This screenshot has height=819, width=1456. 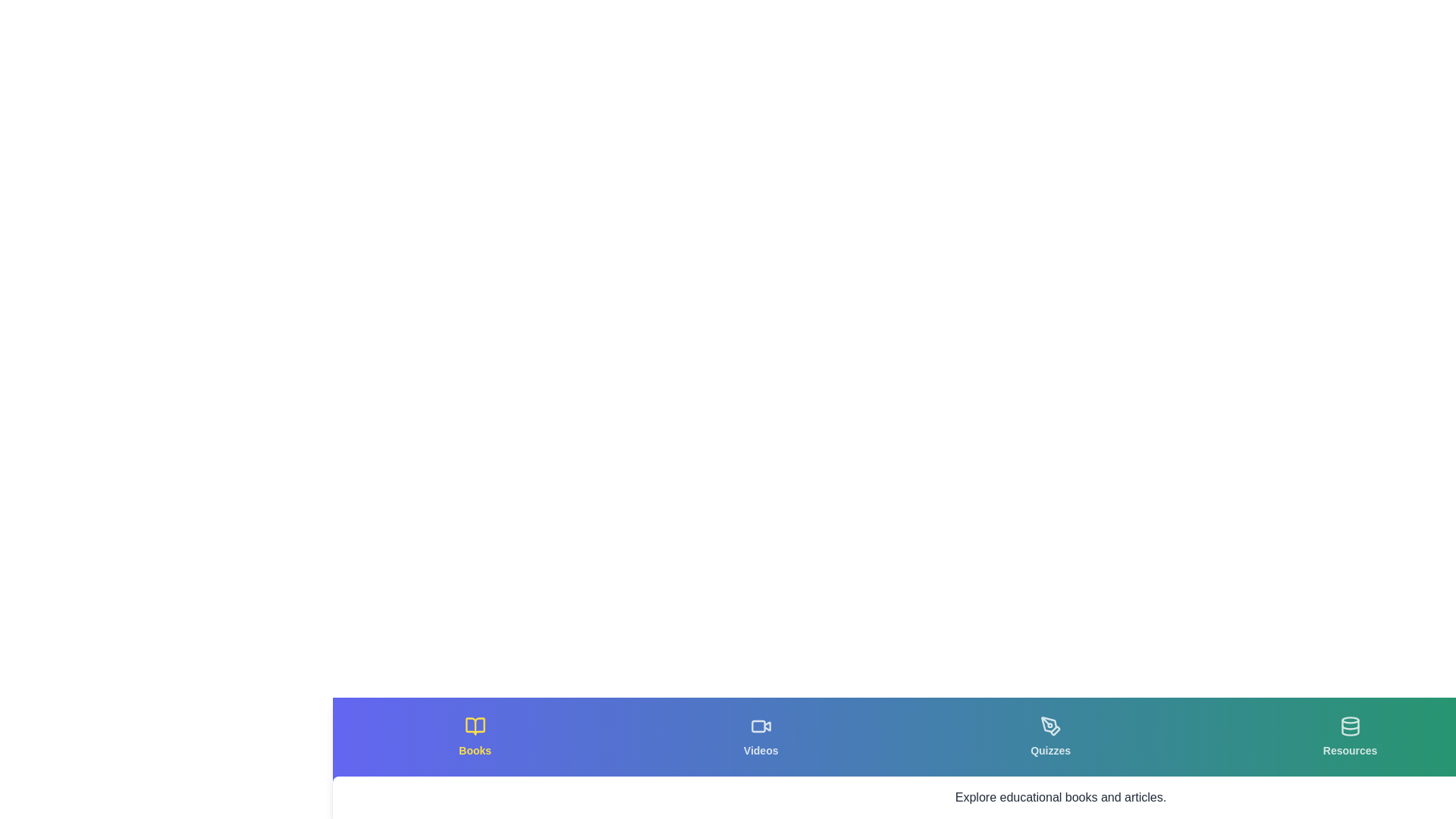 What do you see at coordinates (1350, 736) in the screenshot?
I see `the tab labeled Resources` at bounding box center [1350, 736].